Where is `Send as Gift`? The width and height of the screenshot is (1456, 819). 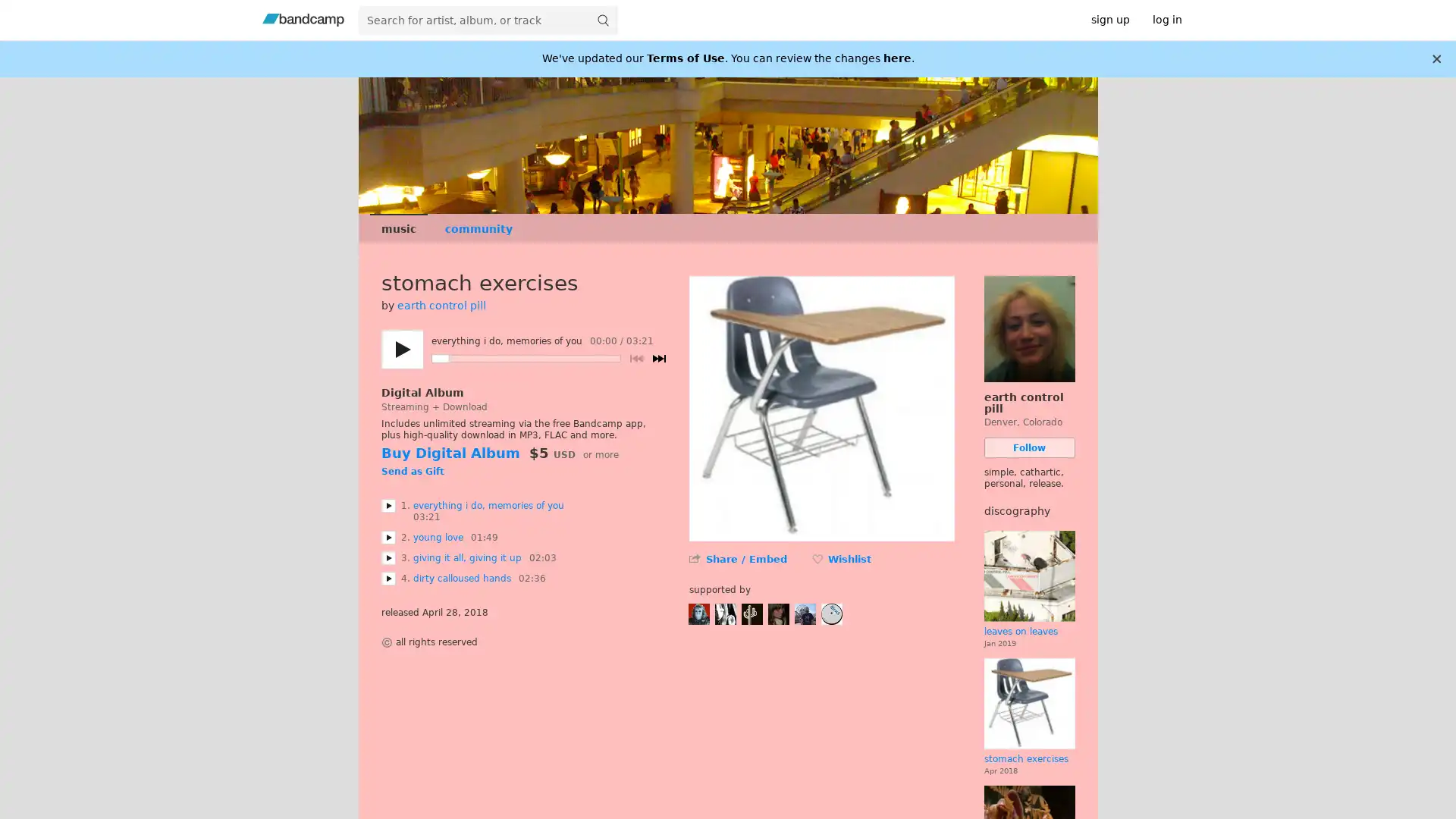
Send as Gift is located at coordinates (412, 472).